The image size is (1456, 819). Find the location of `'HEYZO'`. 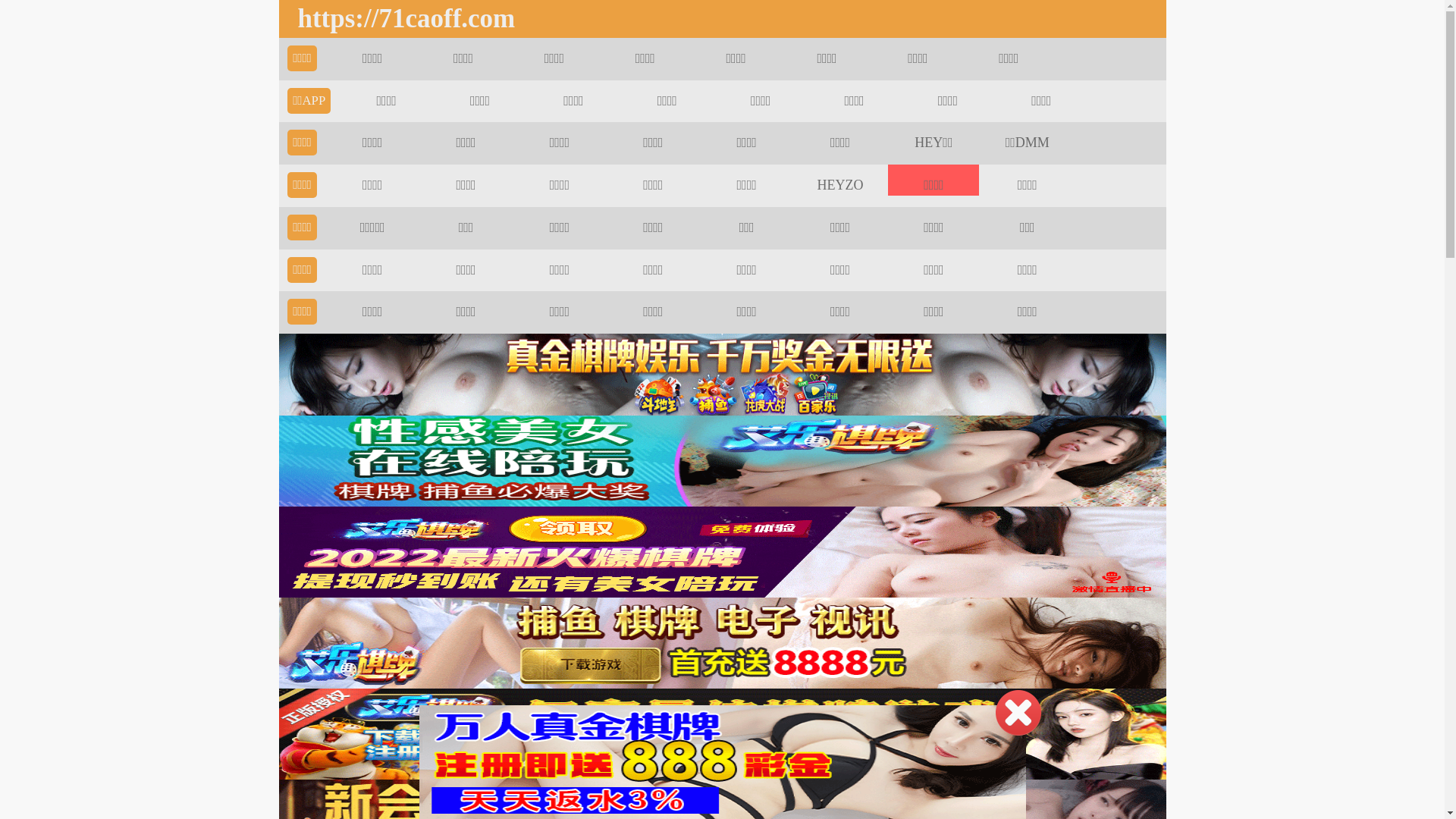

'HEYZO' is located at coordinates (839, 184).